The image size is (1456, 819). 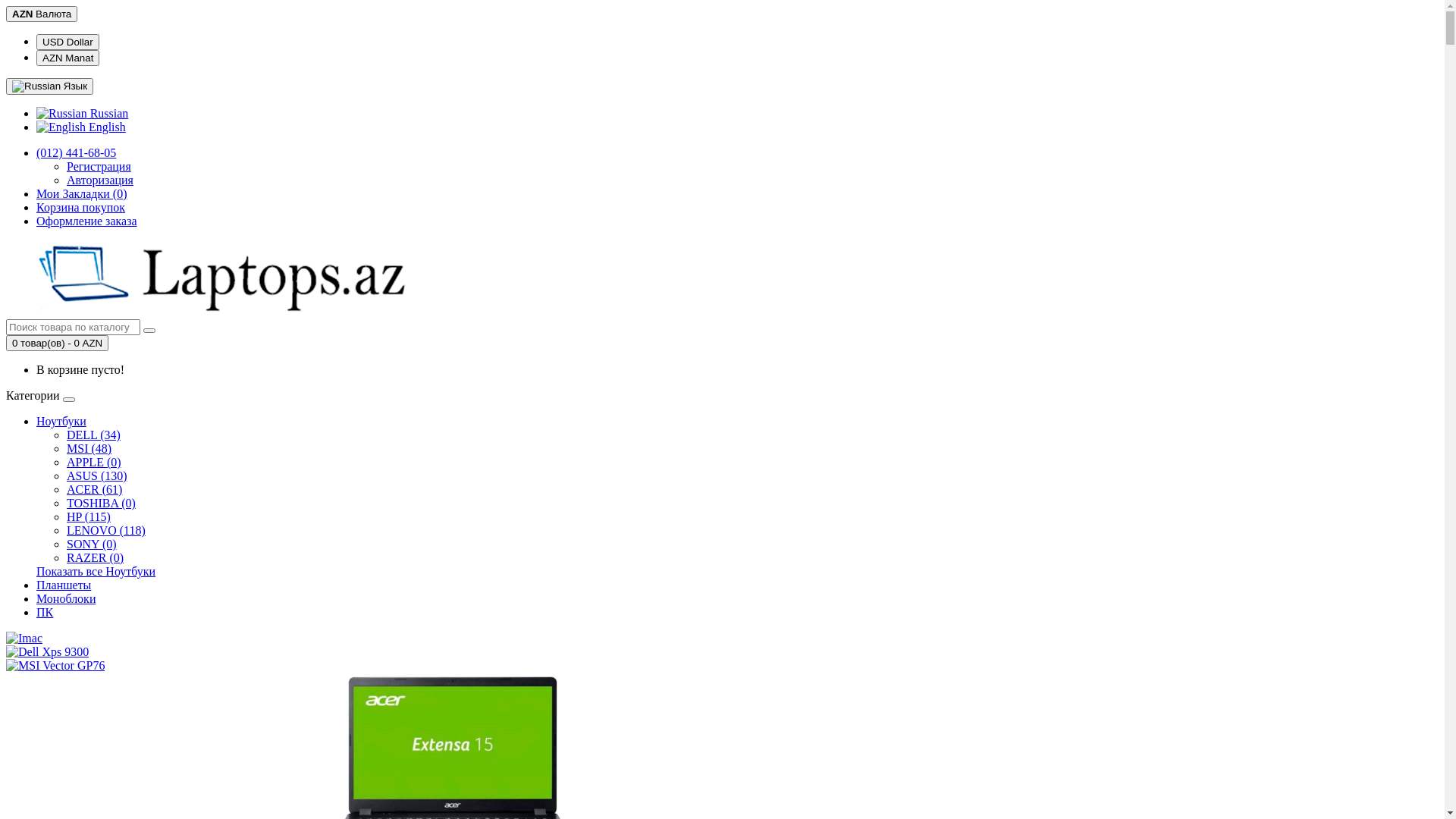 What do you see at coordinates (100, 503) in the screenshot?
I see `'TOSHIBA (0)'` at bounding box center [100, 503].